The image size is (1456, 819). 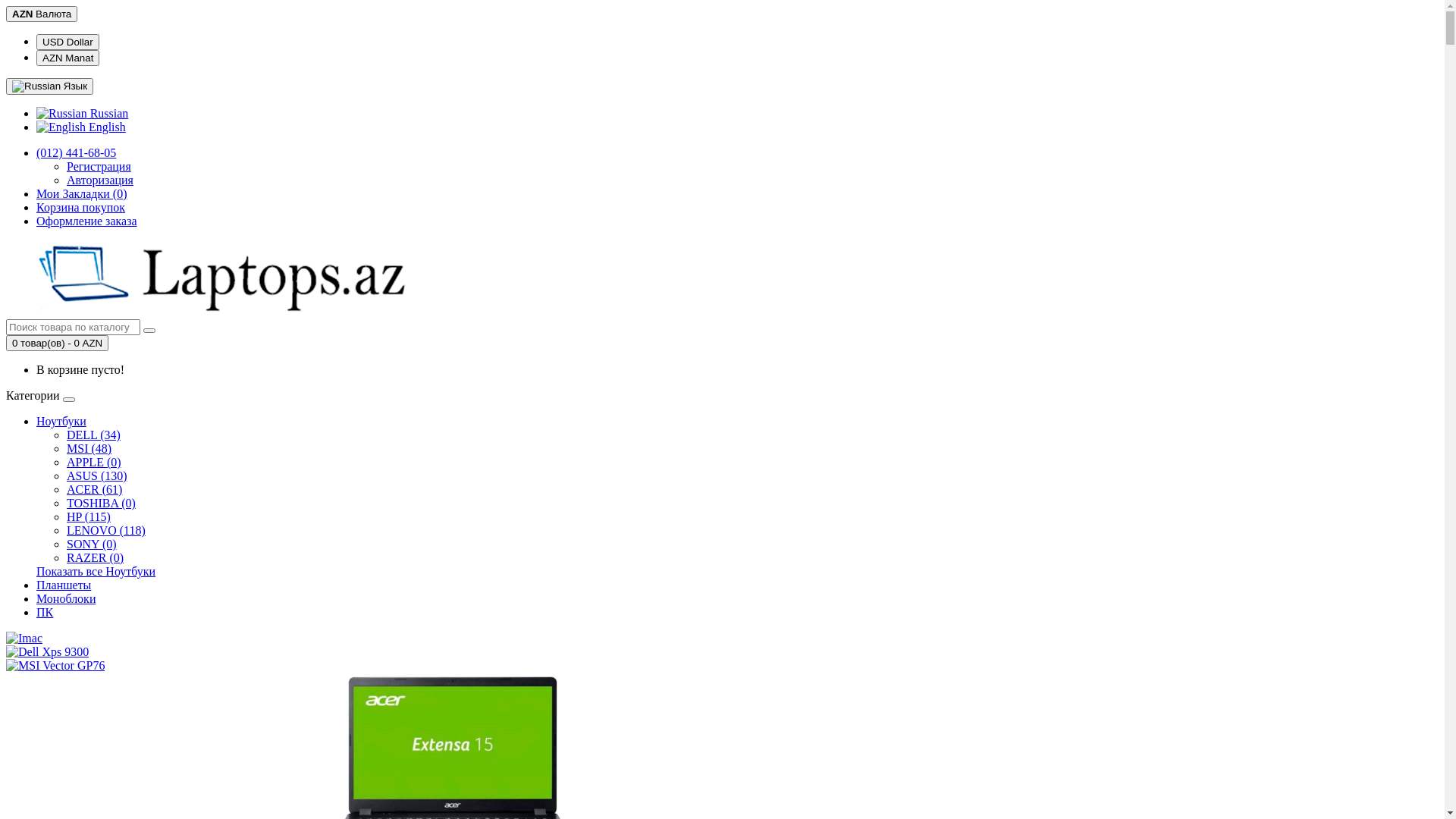 What do you see at coordinates (100, 503) in the screenshot?
I see `'TOSHIBA (0)'` at bounding box center [100, 503].